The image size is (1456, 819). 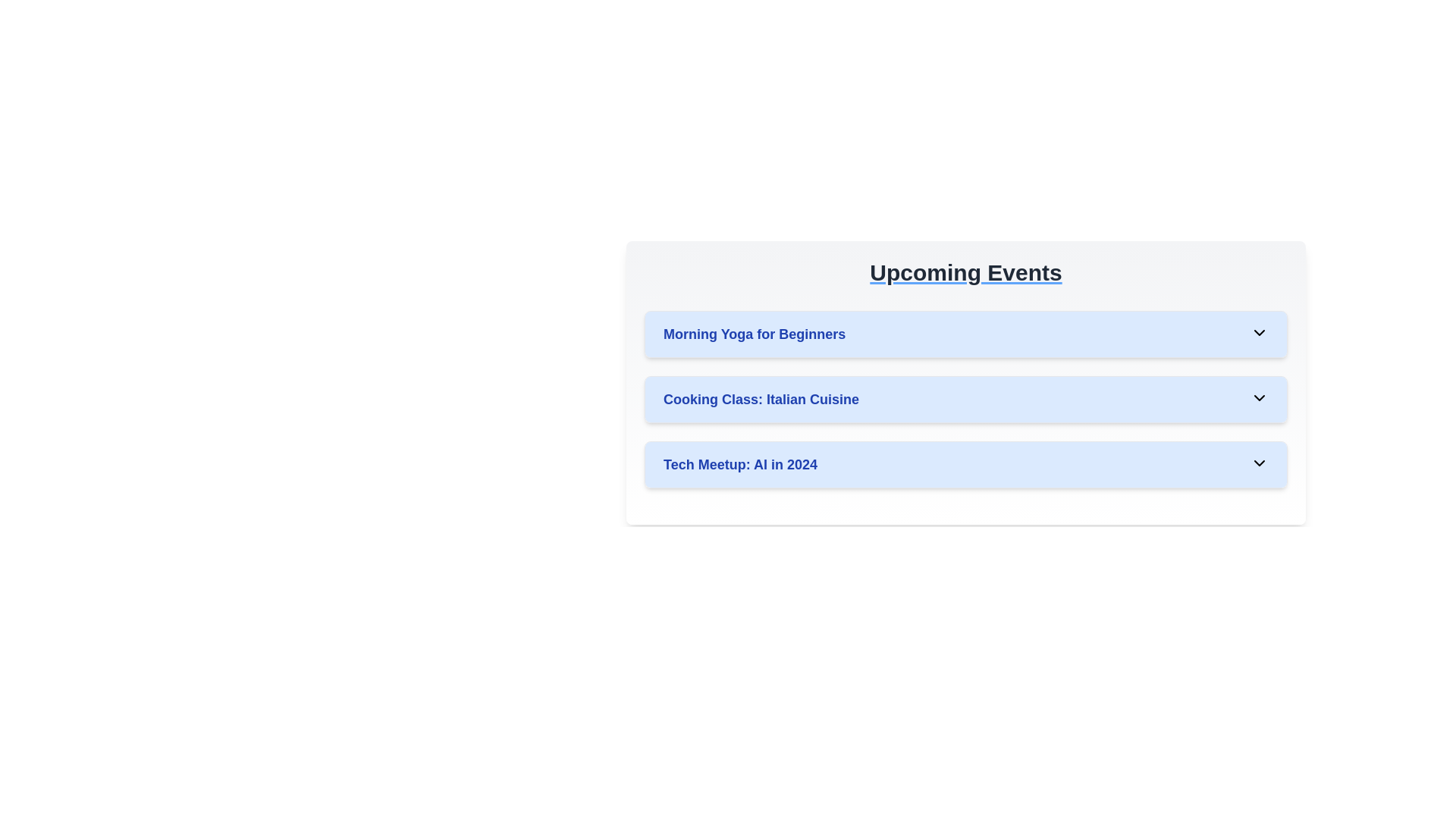 What do you see at coordinates (740, 464) in the screenshot?
I see `the text label for the event titled 'Tech Meetup: AI in 2024', which is the third item in the list of upcoming events` at bounding box center [740, 464].